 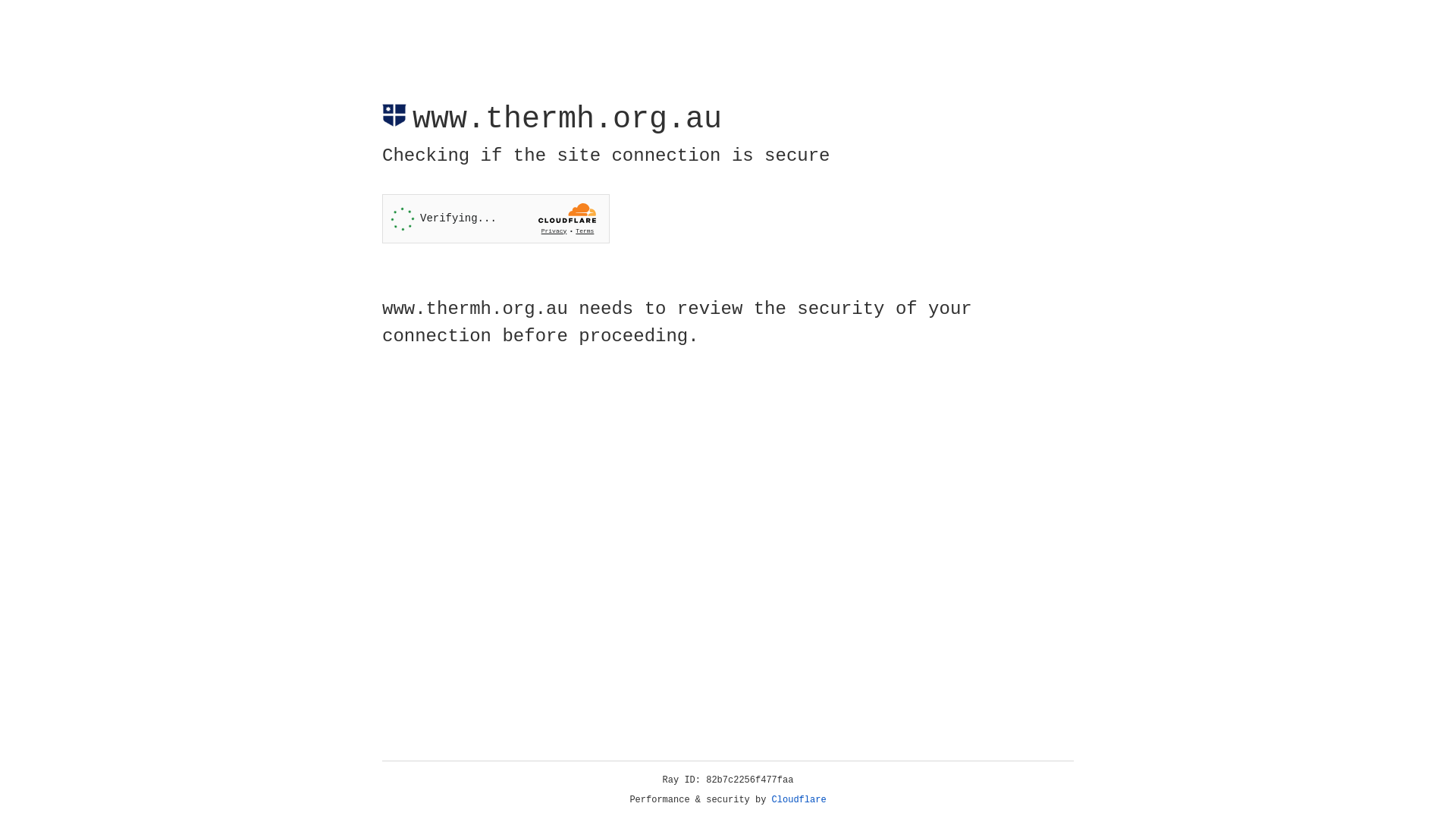 What do you see at coordinates (495, 218) in the screenshot?
I see `'Widget containing a Cloudflare security challenge'` at bounding box center [495, 218].